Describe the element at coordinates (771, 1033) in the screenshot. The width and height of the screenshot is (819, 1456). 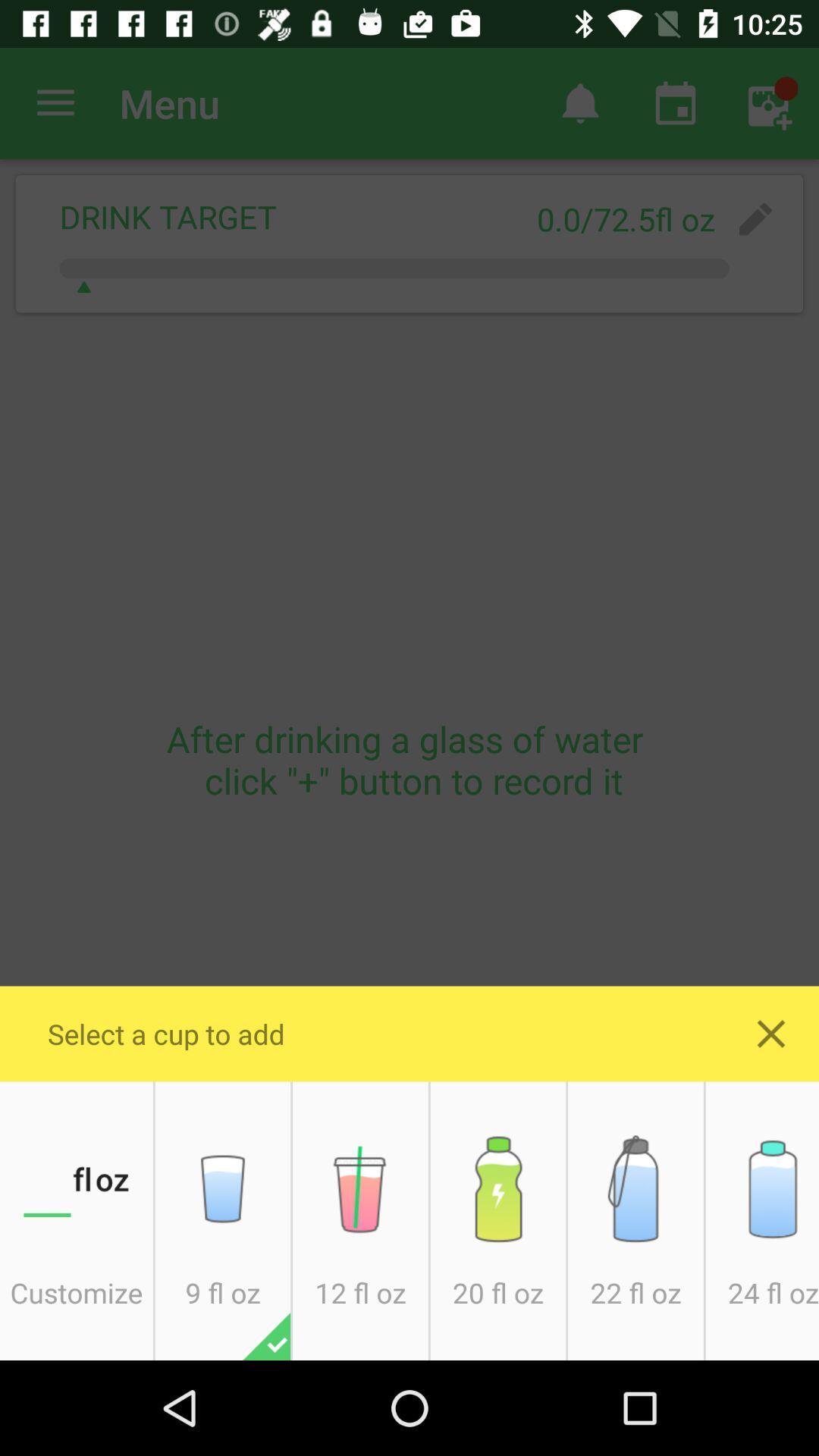
I see `the tab` at that location.